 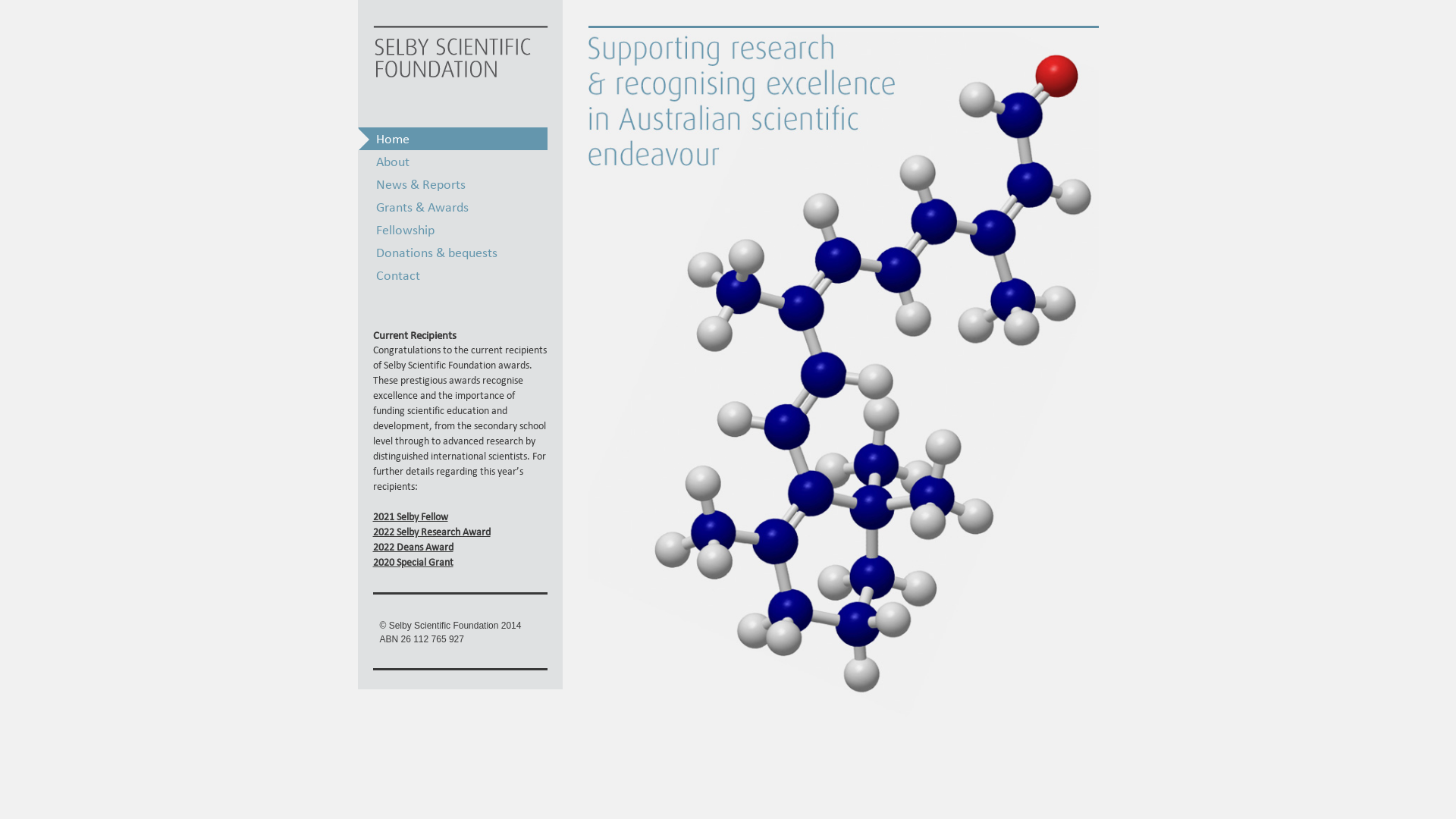 What do you see at coordinates (451, 184) in the screenshot?
I see `'News & Reports'` at bounding box center [451, 184].